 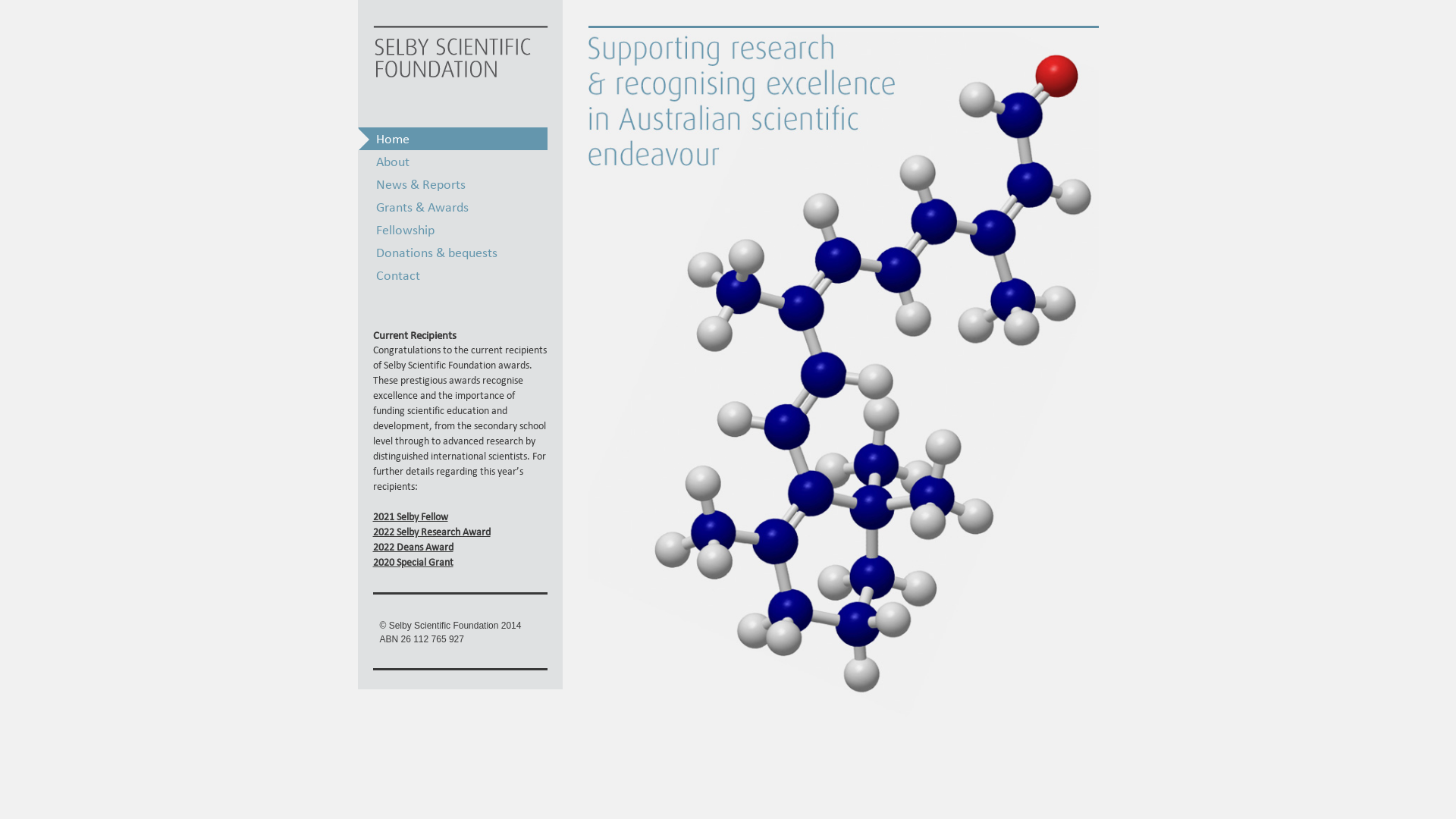 What do you see at coordinates (451, 184) in the screenshot?
I see `'News & Reports'` at bounding box center [451, 184].